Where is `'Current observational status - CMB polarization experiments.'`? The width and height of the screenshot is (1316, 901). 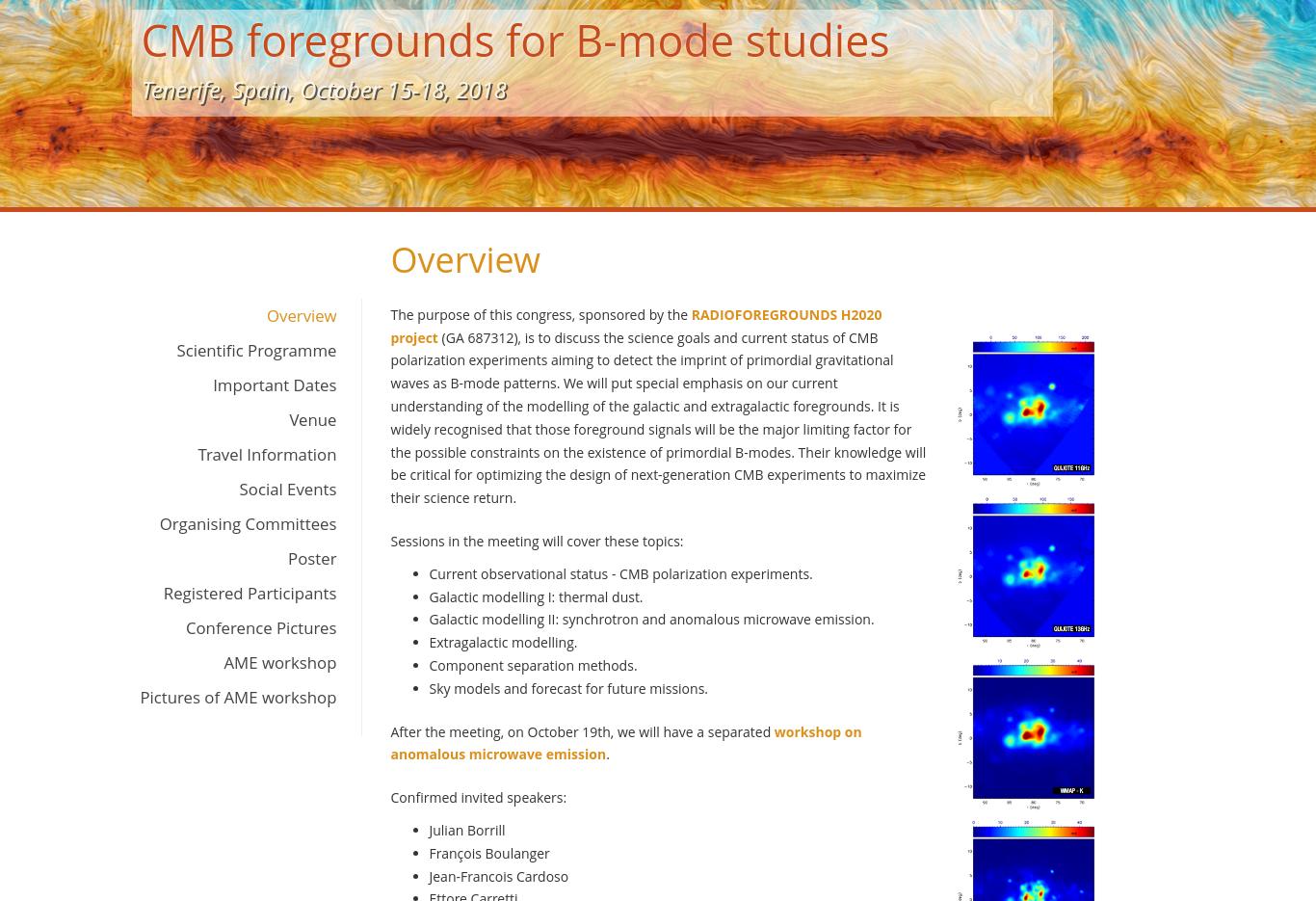
'Current observational status - CMB polarization experiments.' is located at coordinates (619, 572).